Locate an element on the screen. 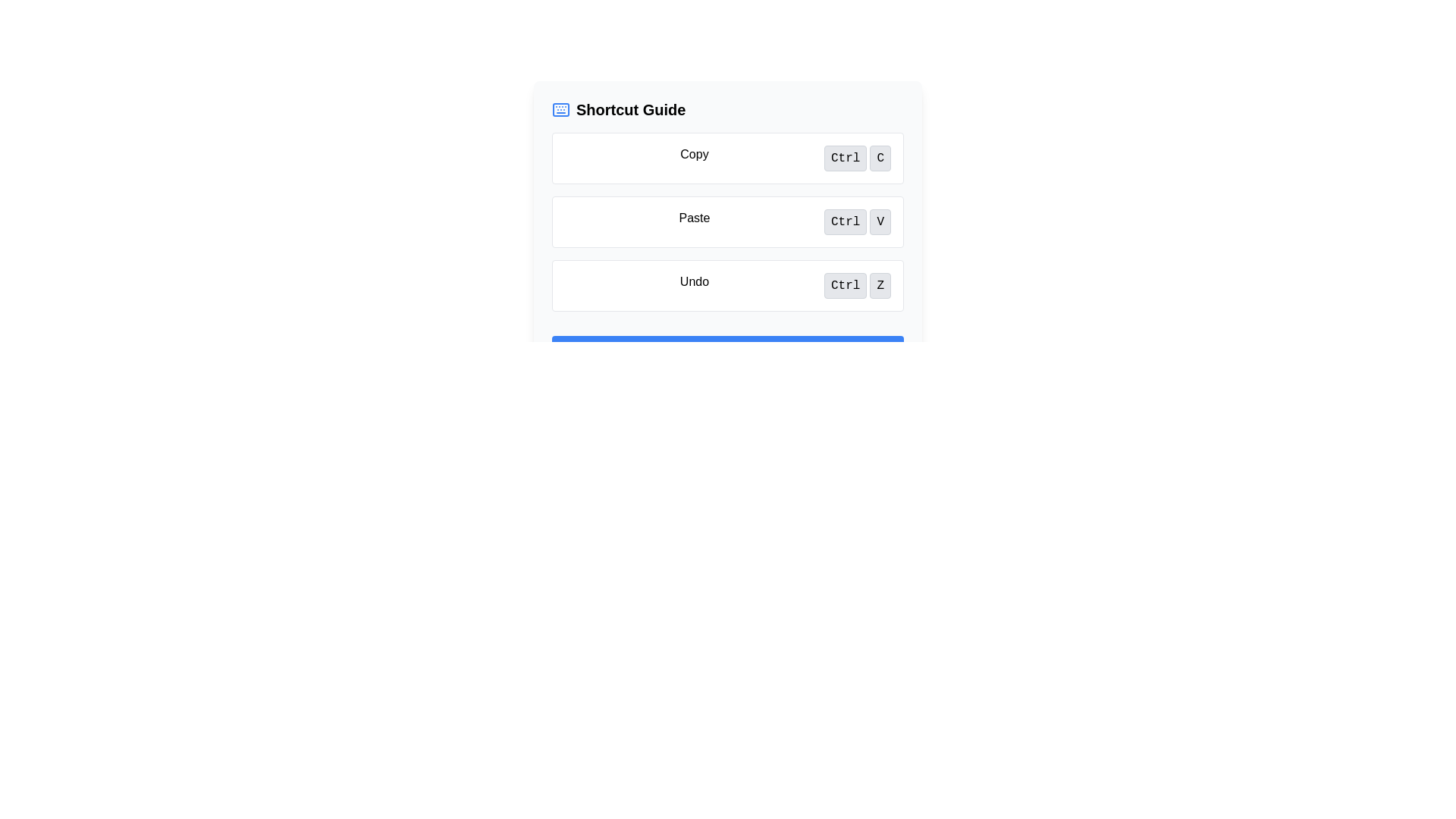 This screenshot has height=819, width=1456. the button-like display element showing a bold 'V', which is styled with a light gray background and a darker gray border, located in the horizontal layout group representing the 'Paste' action is located at coordinates (880, 222).